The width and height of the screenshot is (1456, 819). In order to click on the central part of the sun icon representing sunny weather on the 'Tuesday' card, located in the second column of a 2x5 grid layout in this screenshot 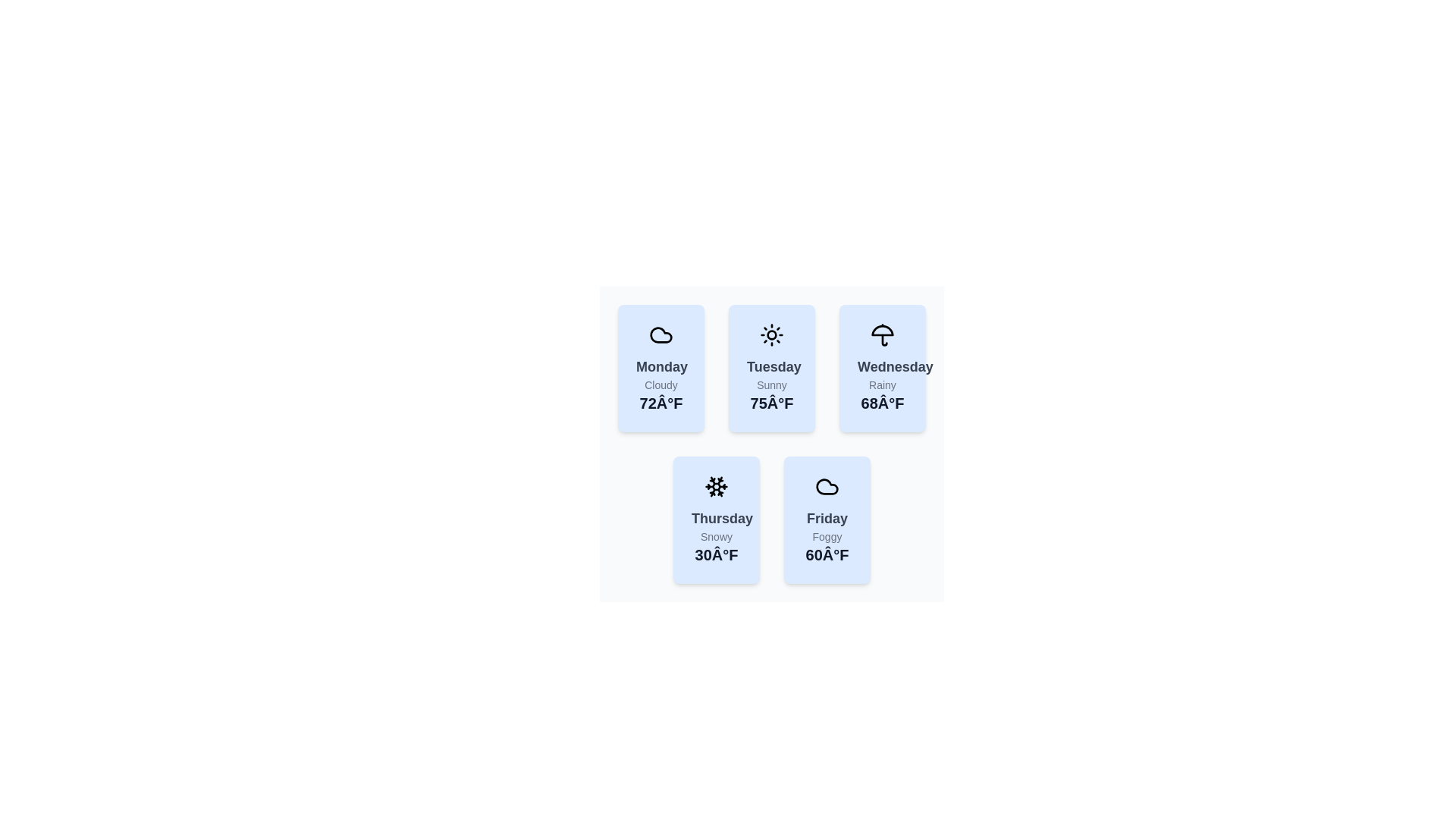, I will do `click(771, 334)`.